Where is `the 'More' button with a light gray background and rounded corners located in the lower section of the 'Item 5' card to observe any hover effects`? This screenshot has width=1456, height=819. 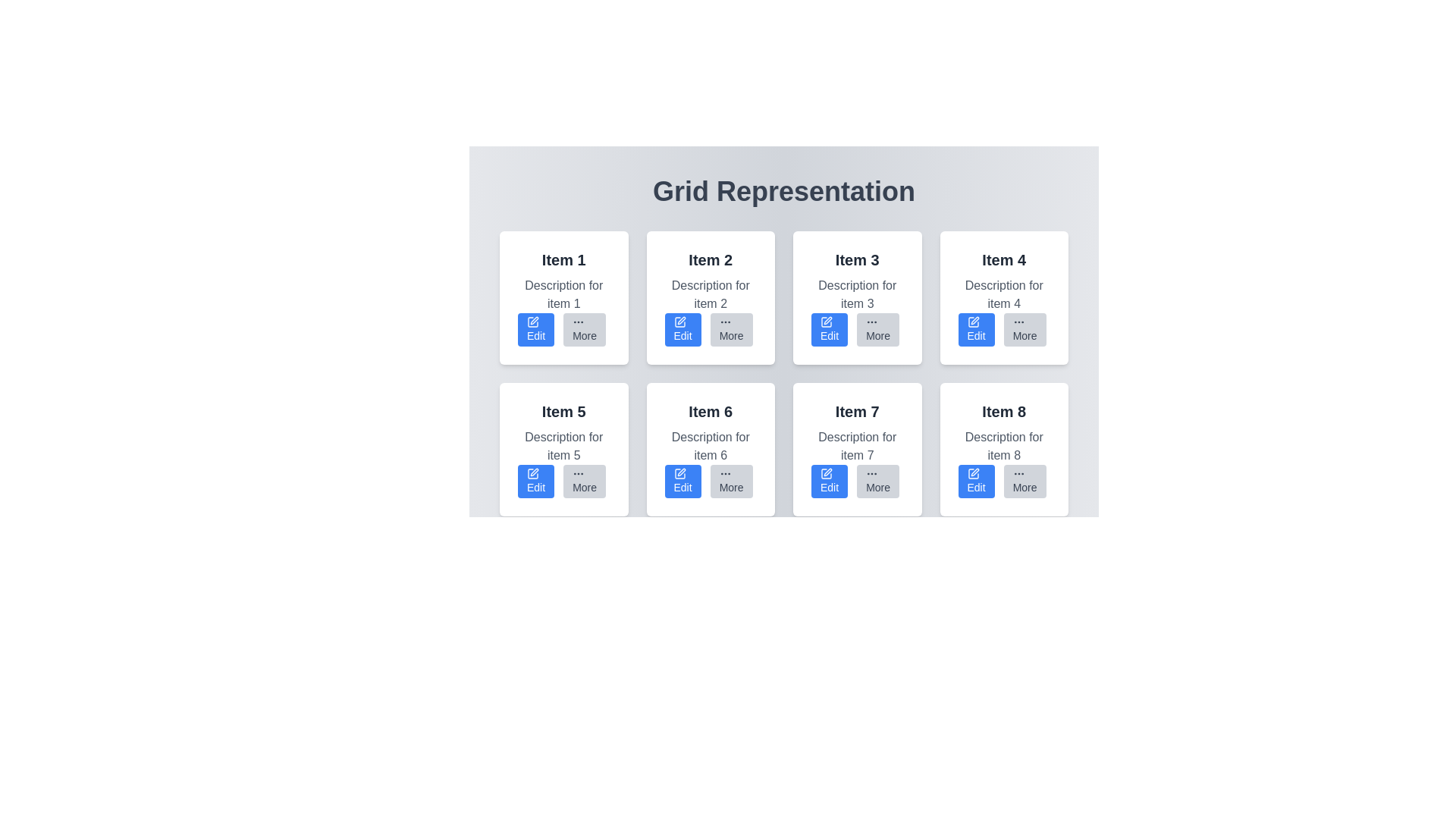
the 'More' button with a light gray background and rounded corners located in the lower section of the 'Item 5' card to observe any hover effects is located at coordinates (584, 482).